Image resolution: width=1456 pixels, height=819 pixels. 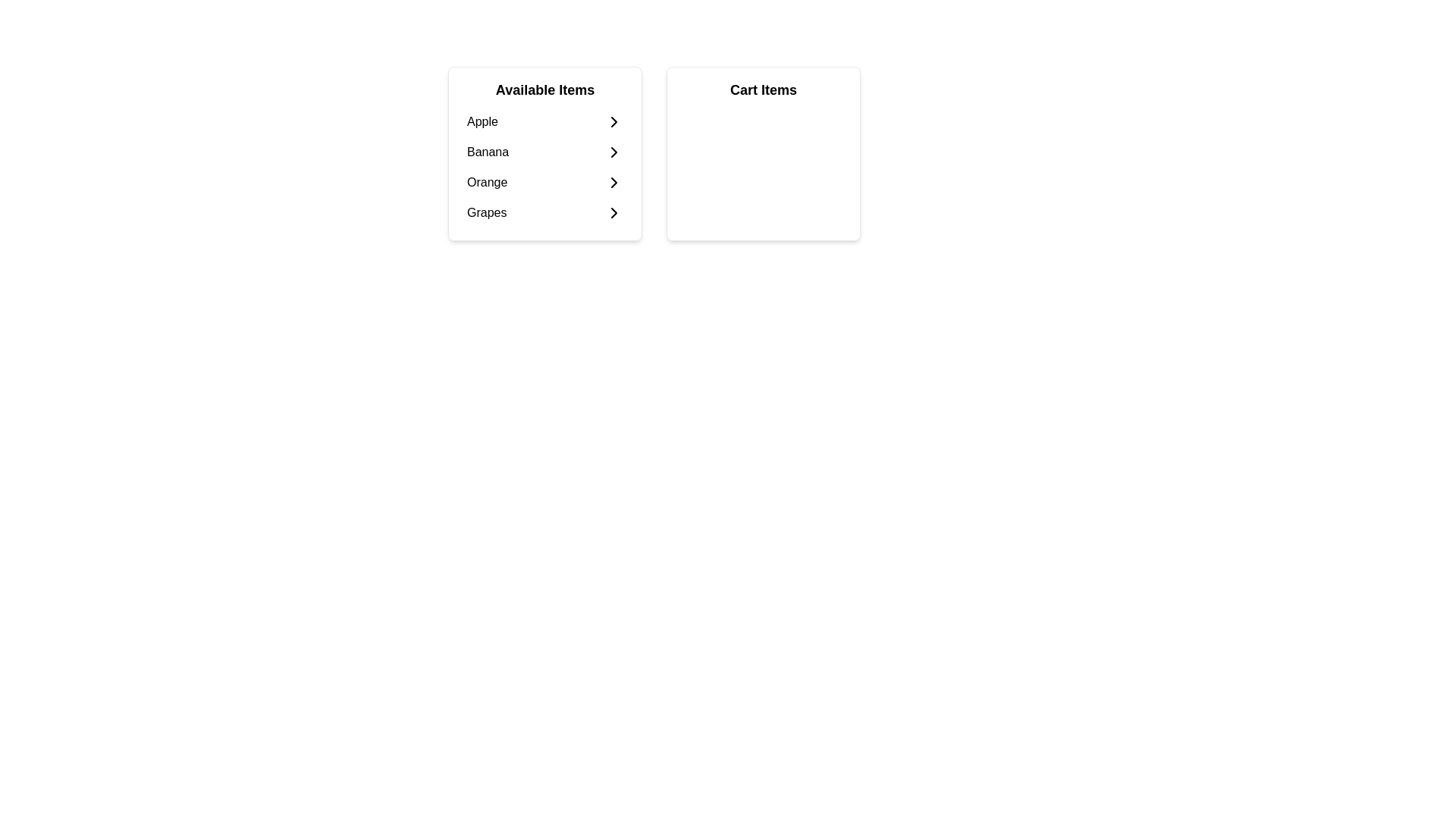 What do you see at coordinates (545, 152) in the screenshot?
I see `the 'Banana' button, which is the second item in the 'Available Items' section` at bounding box center [545, 152].